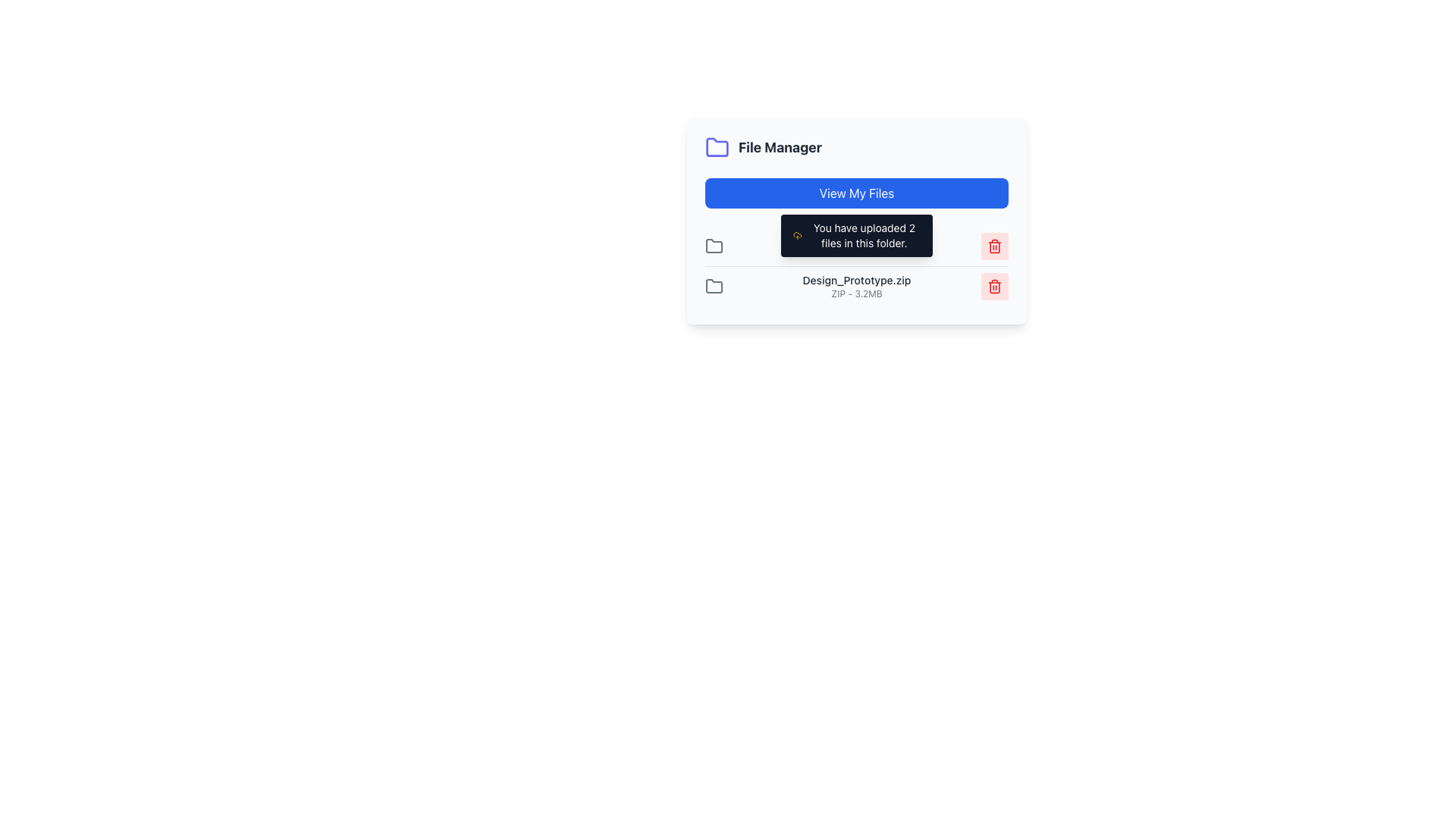  Describe the element at coordinates (713, 245) in the screenshot. I see `the folder icon located in the 'File Manager' section, which is situated on the left side of the top-level row, adjacent to the text 'File Manager'` at that location.